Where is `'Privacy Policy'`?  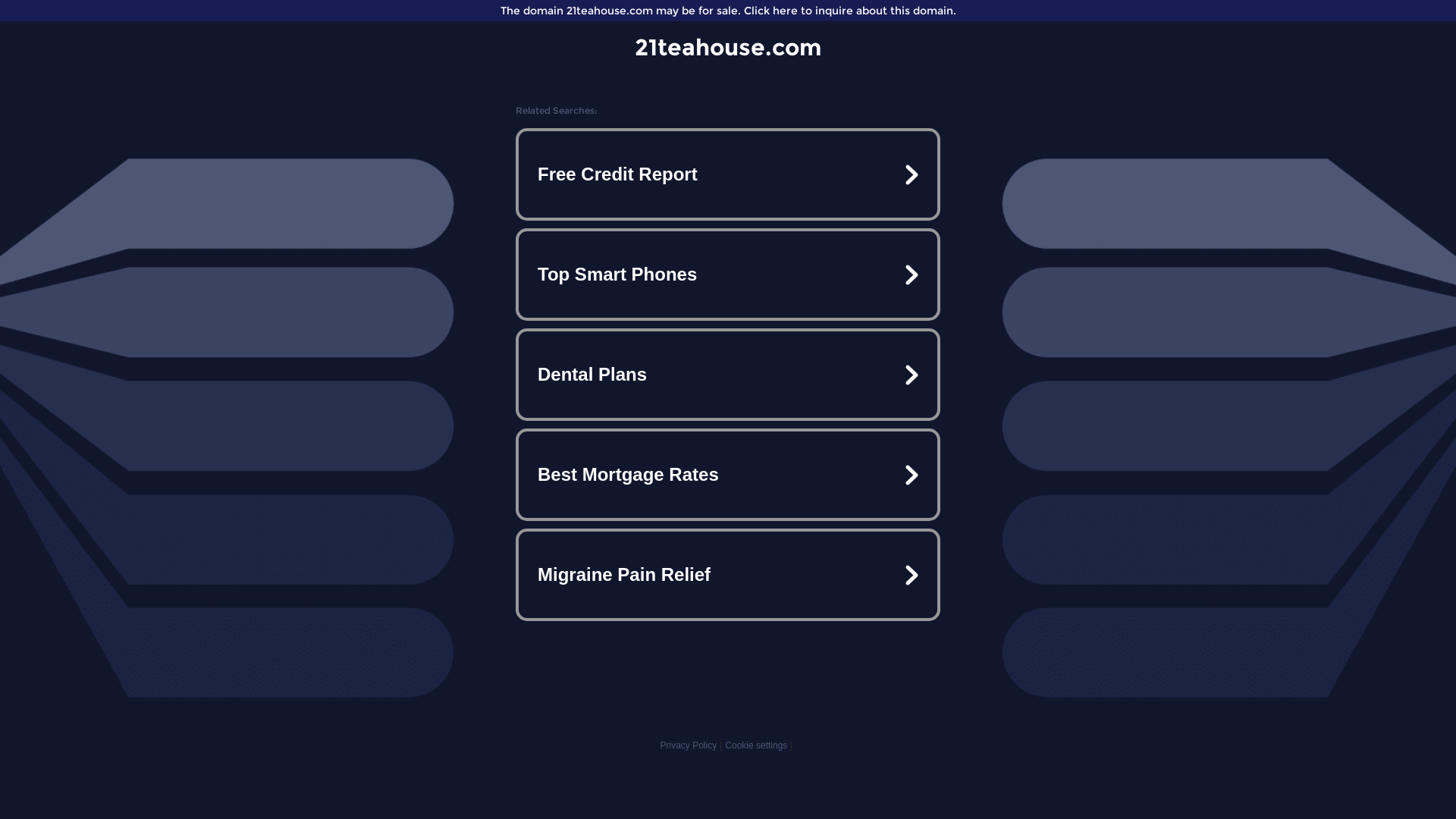
'Privacy Policy' is located at coordinates (687, 745).